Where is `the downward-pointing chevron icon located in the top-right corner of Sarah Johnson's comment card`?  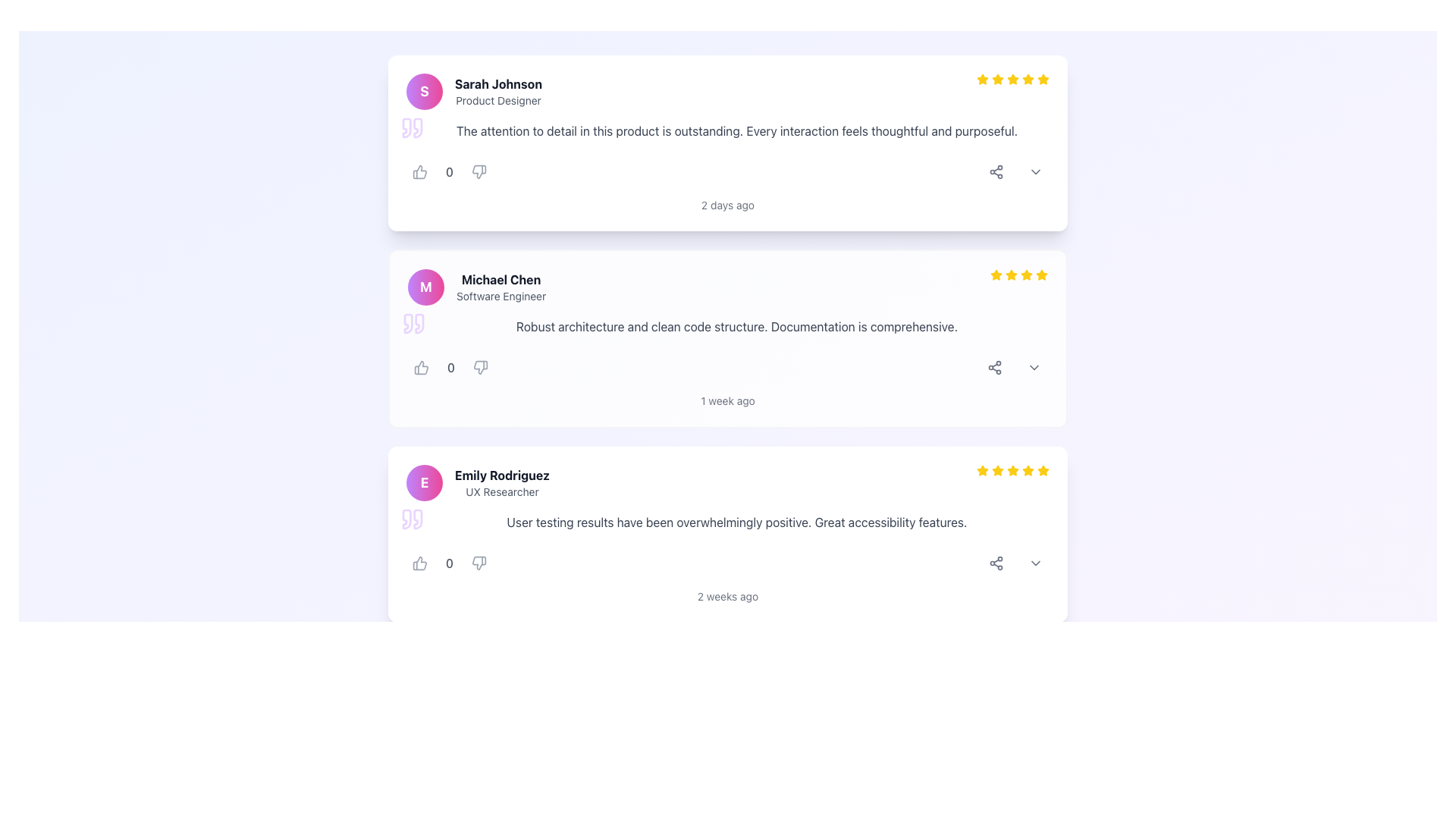
the downward-pointing chevron icon located in the top-right corner of Sarah Johnson's comment card is located at coordinates (1035, 171).